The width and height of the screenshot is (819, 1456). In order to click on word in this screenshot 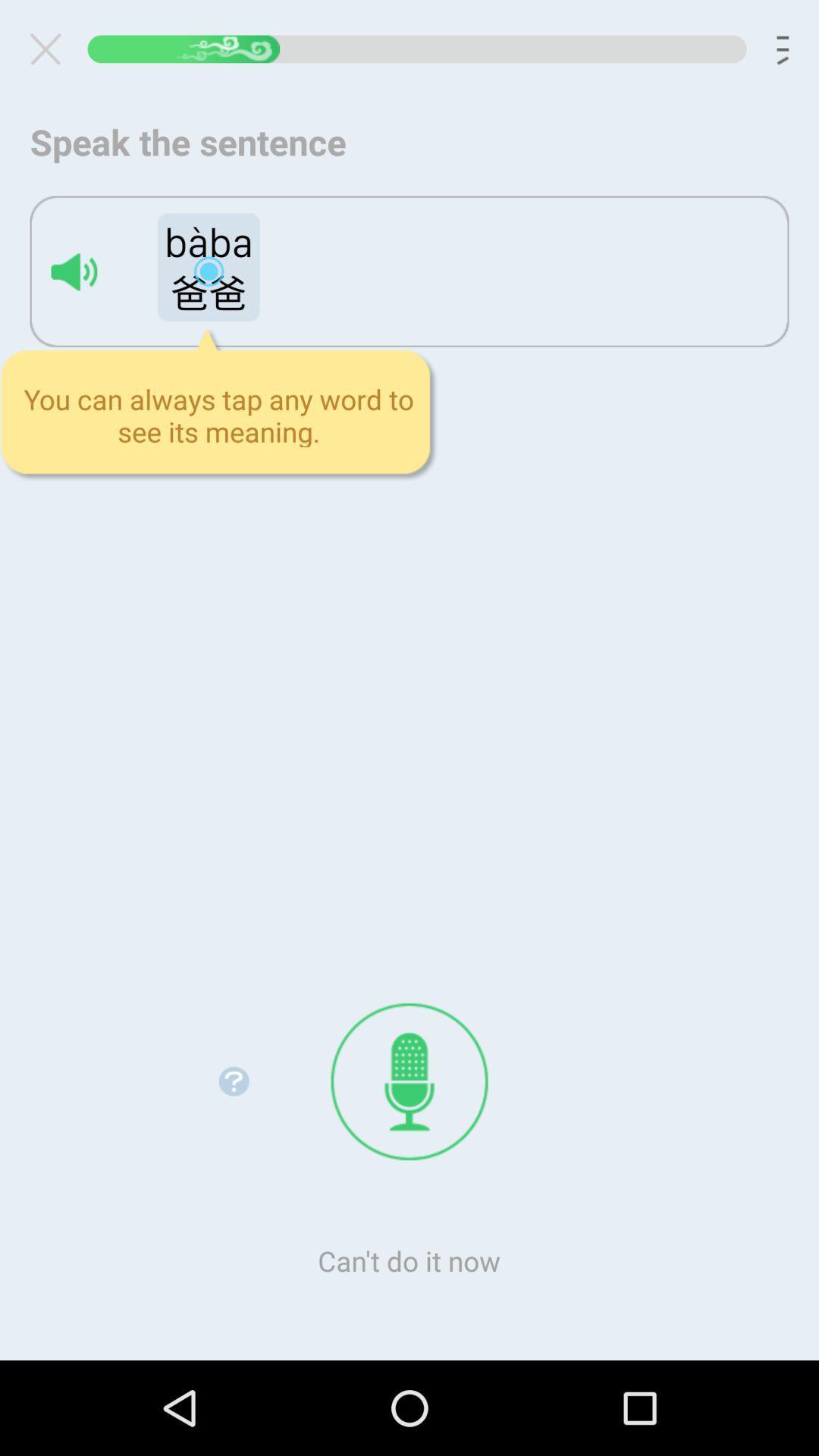, I will do `click(74, 271)`.